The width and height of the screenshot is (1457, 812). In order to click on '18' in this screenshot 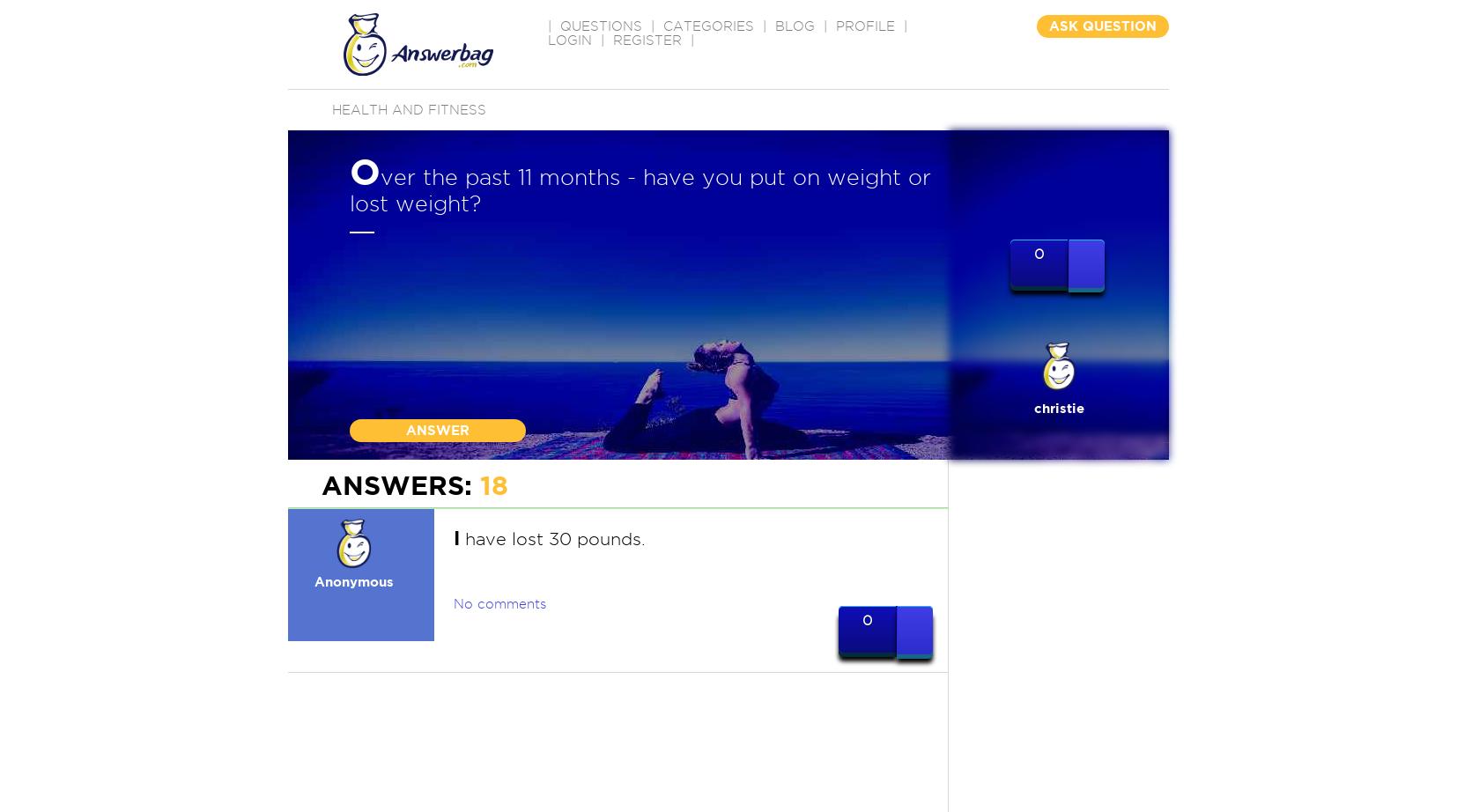, I will do `click(479, 484)`.